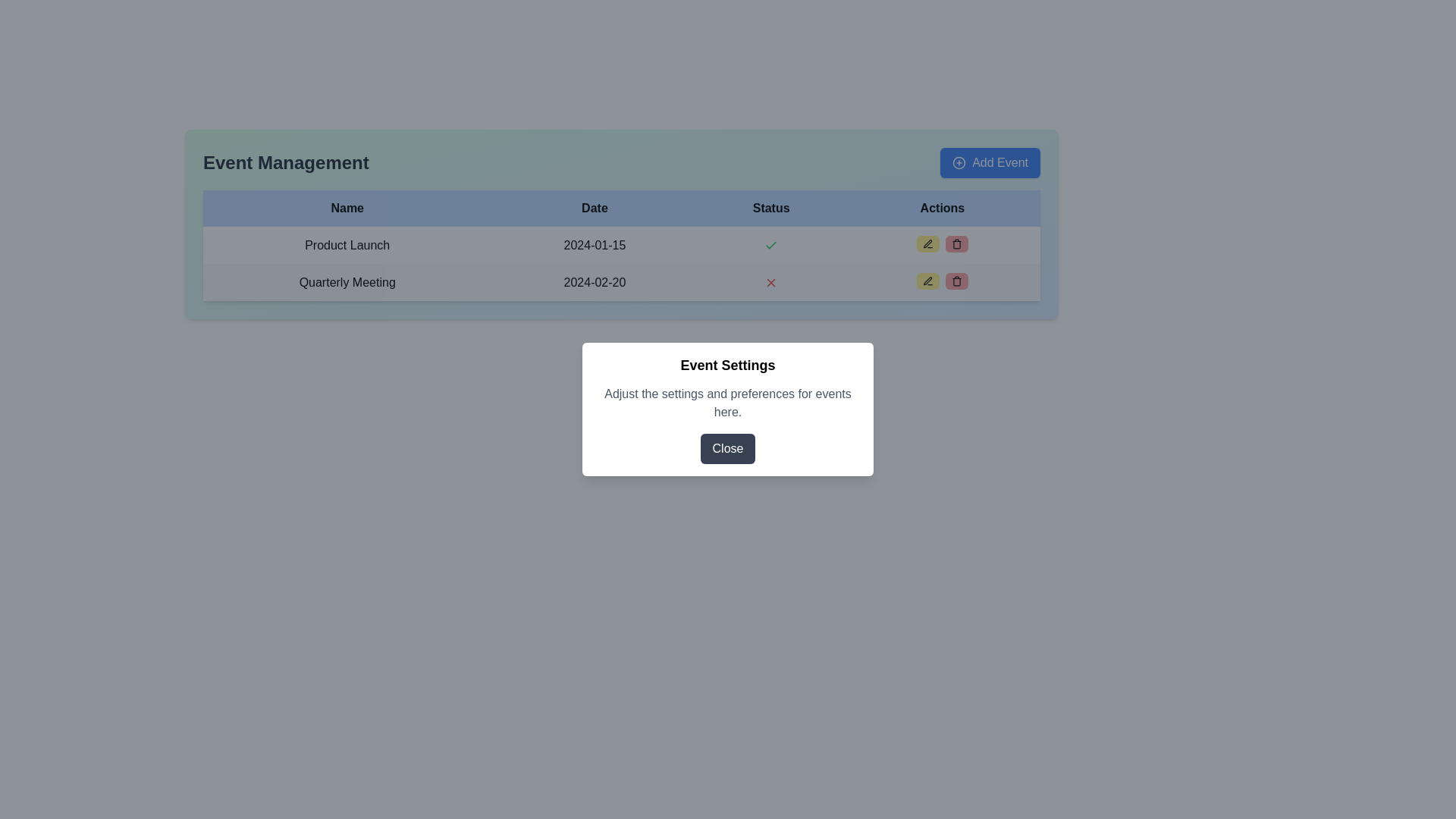 This screenshot has height=819, width=1456. Describe the element at coordinates (959, 163) in the screenshot. I see `the circular outline icon with a plus sign inside, located on the left side of the 'Add Event' button in the 'Event Management' panel` at that location.